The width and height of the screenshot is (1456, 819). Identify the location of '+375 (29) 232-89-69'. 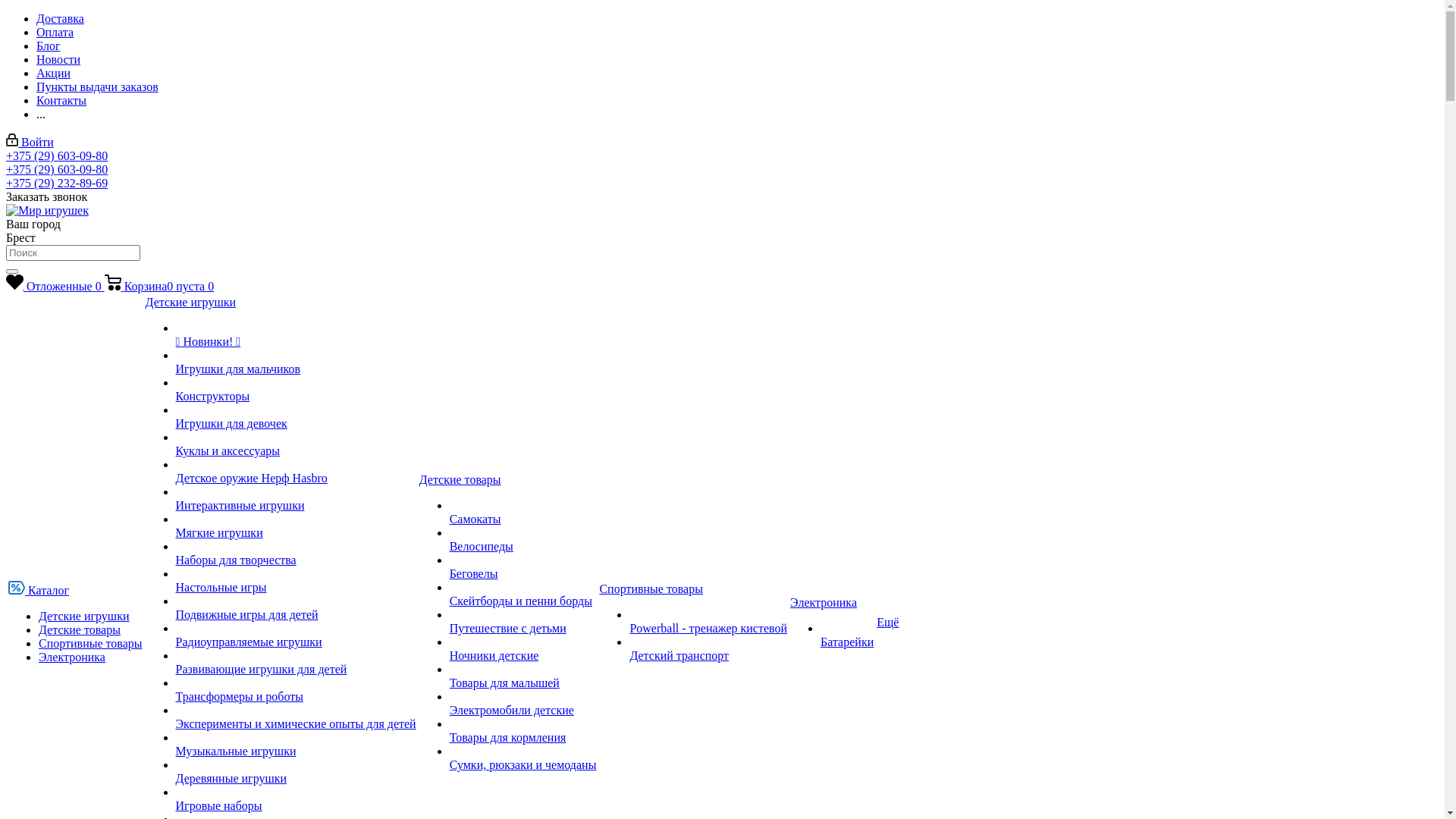
(57, 182).